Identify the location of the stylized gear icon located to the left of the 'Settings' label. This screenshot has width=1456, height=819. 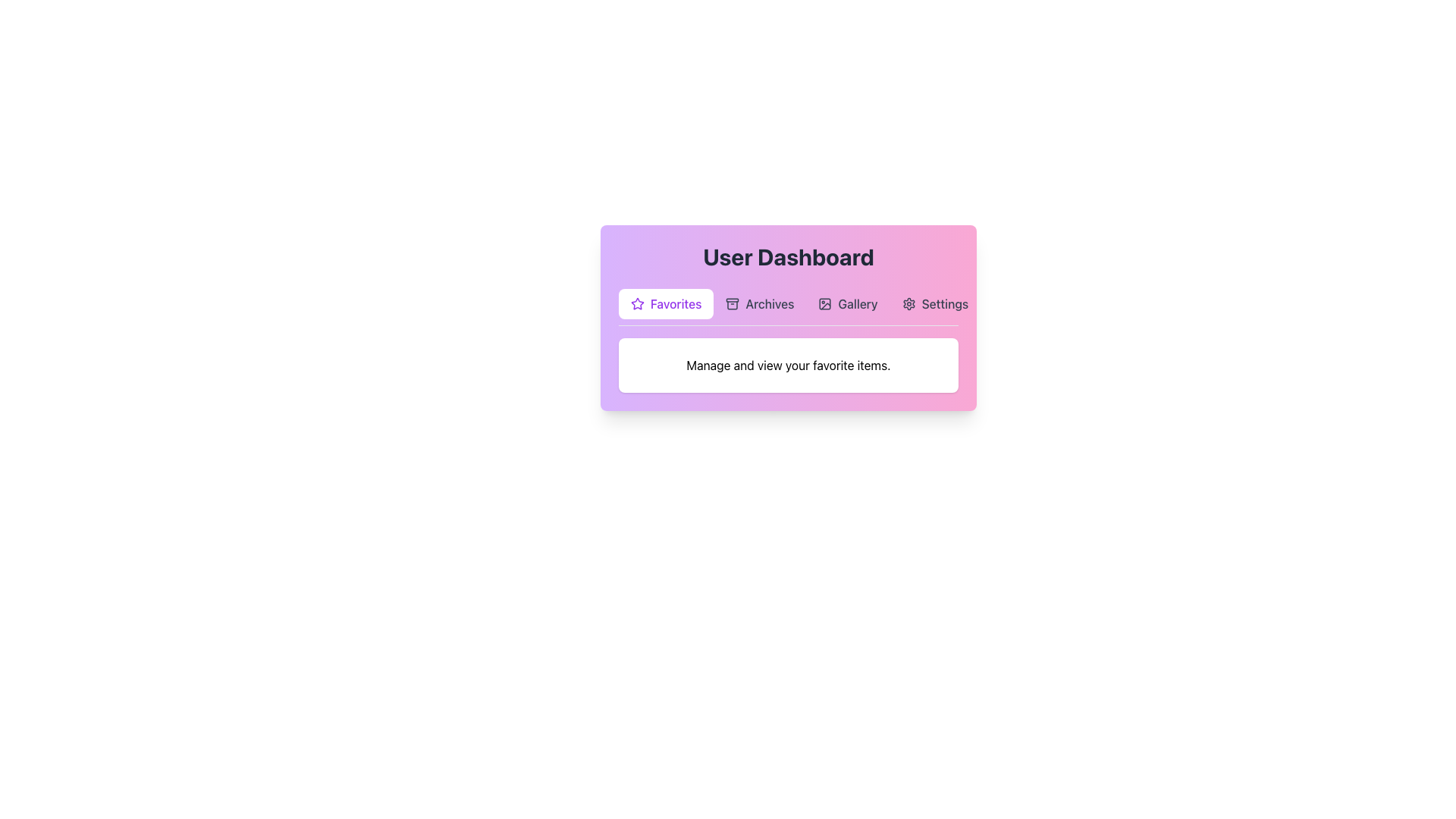
(908, 304).